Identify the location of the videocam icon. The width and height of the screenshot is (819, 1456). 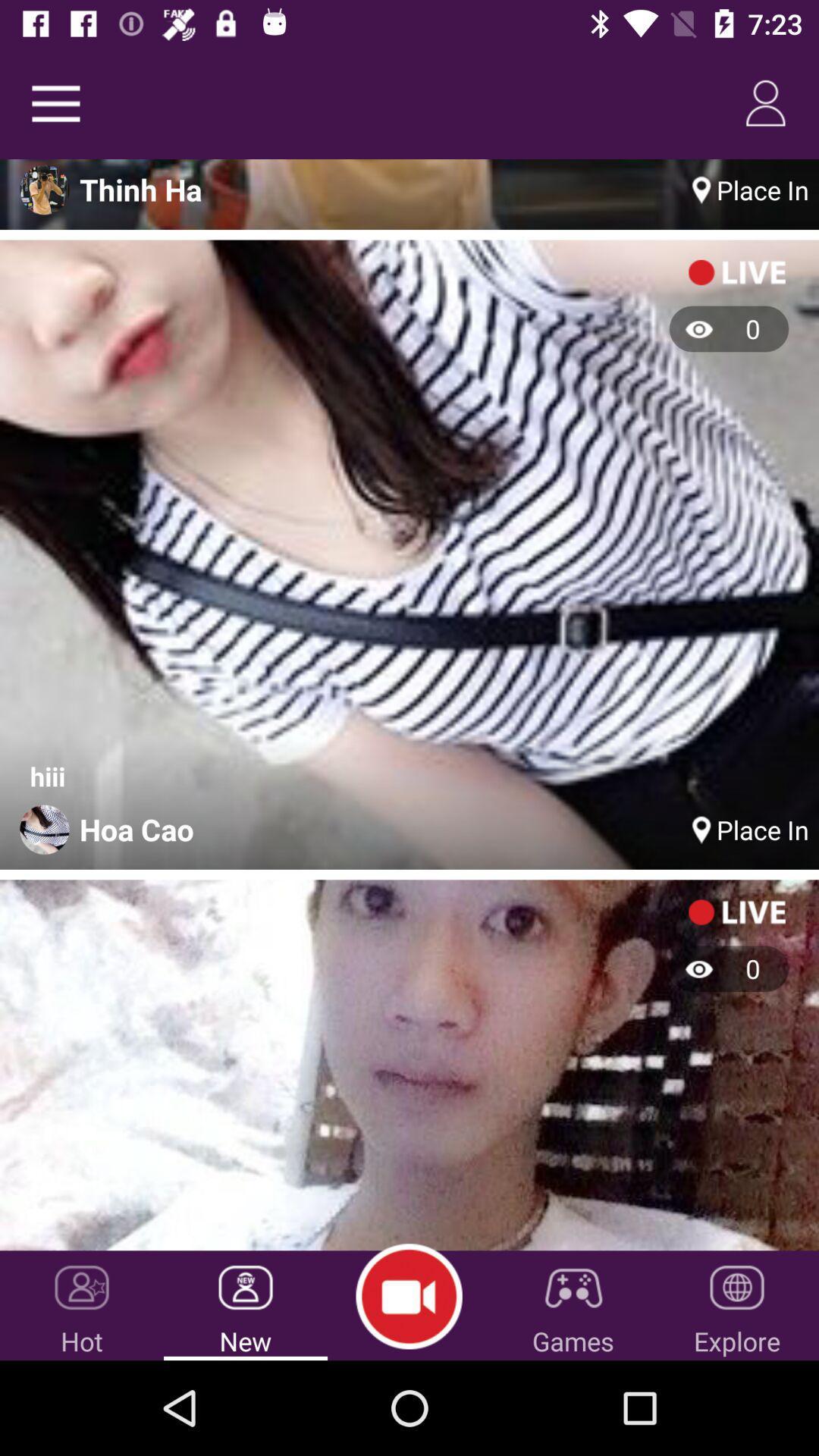
(408, 1296).